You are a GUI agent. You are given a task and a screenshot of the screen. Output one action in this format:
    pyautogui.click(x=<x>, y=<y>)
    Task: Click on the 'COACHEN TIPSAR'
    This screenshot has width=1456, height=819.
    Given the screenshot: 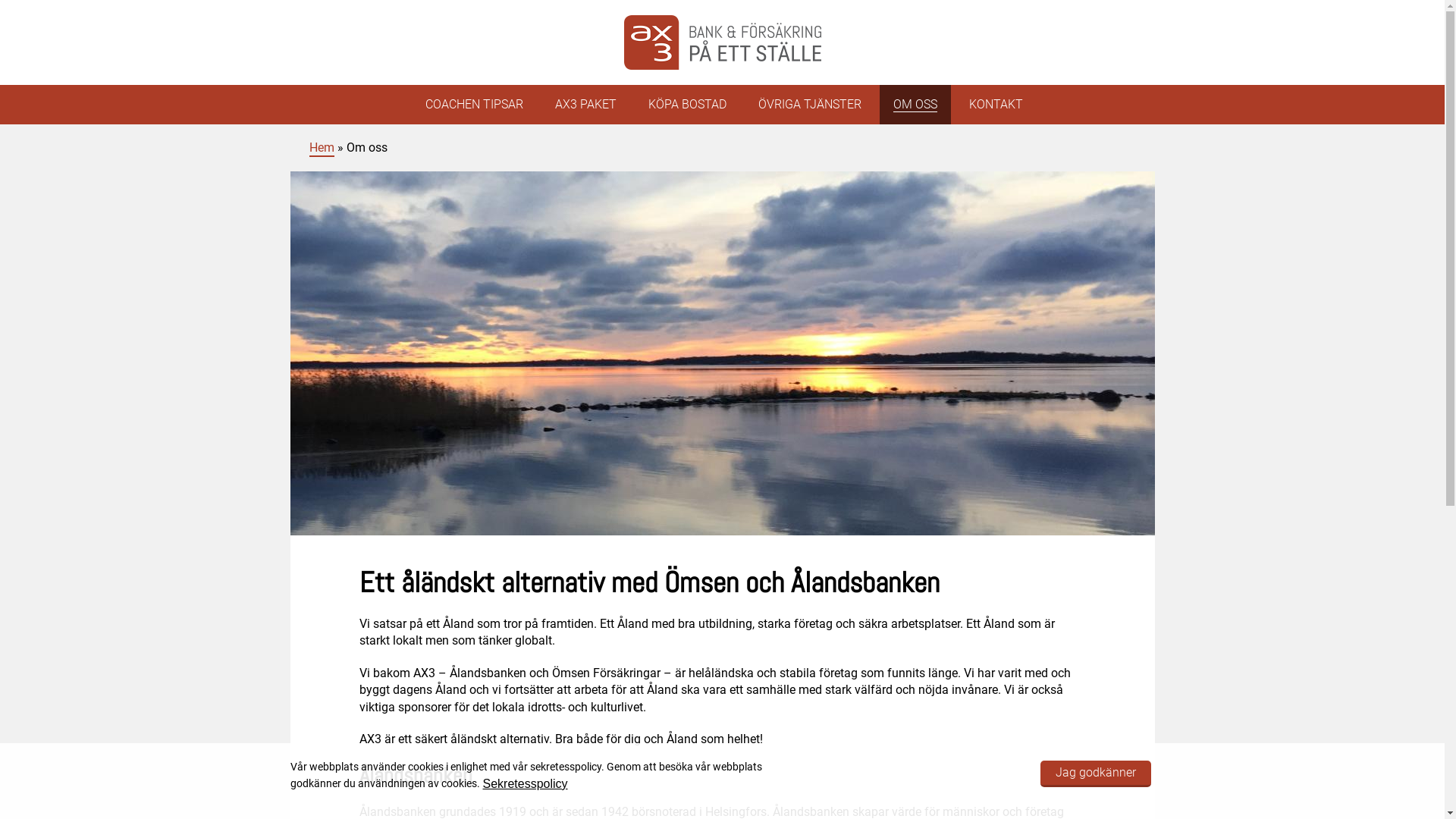 What is the action you would take?
    pyautogui.click(x=472, y=104)
    